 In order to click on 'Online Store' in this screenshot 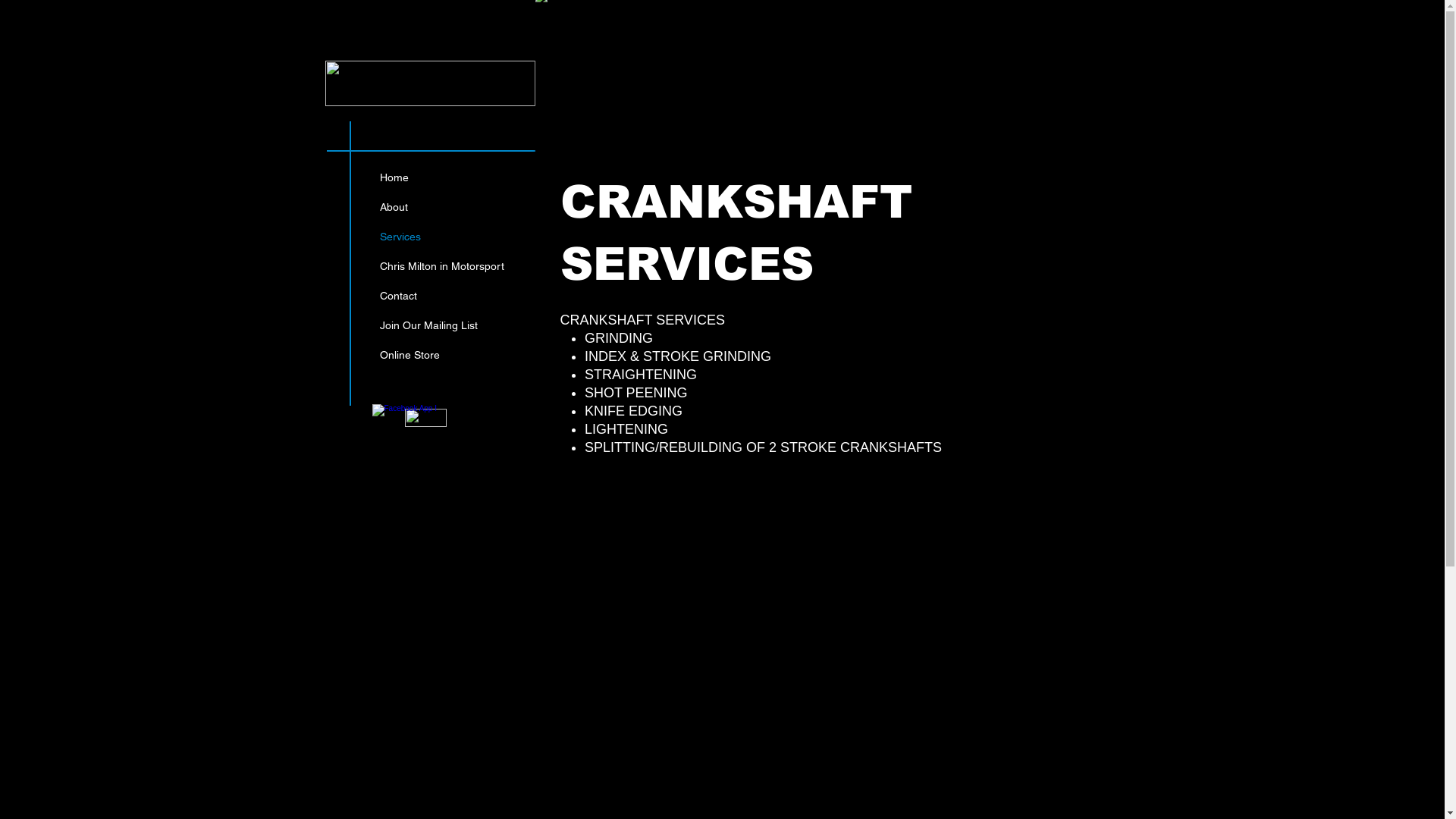, I will do `click(440, 355)`.